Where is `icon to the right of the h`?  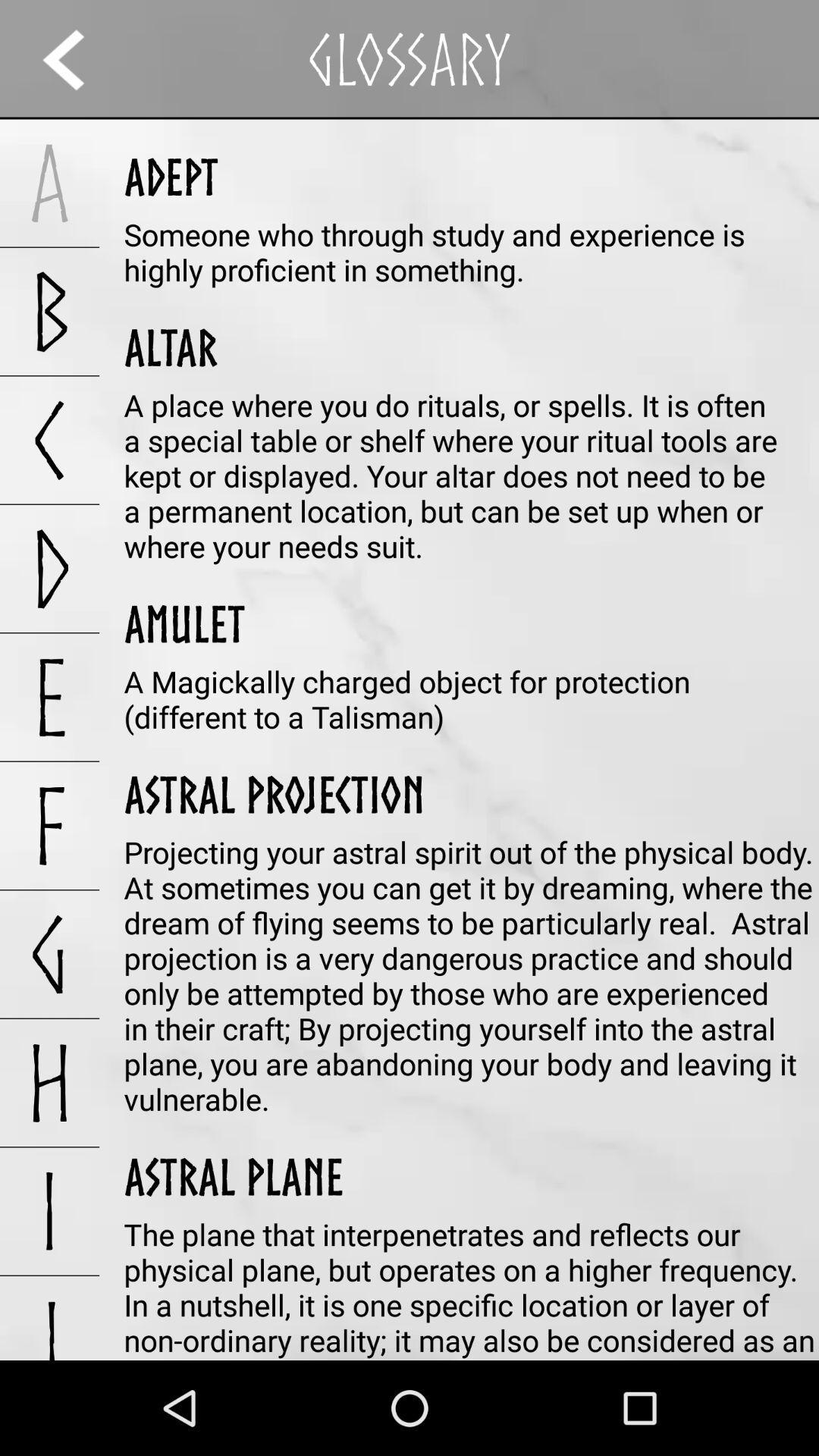
icon to the right of the h is located at coordinates (234, 1175).